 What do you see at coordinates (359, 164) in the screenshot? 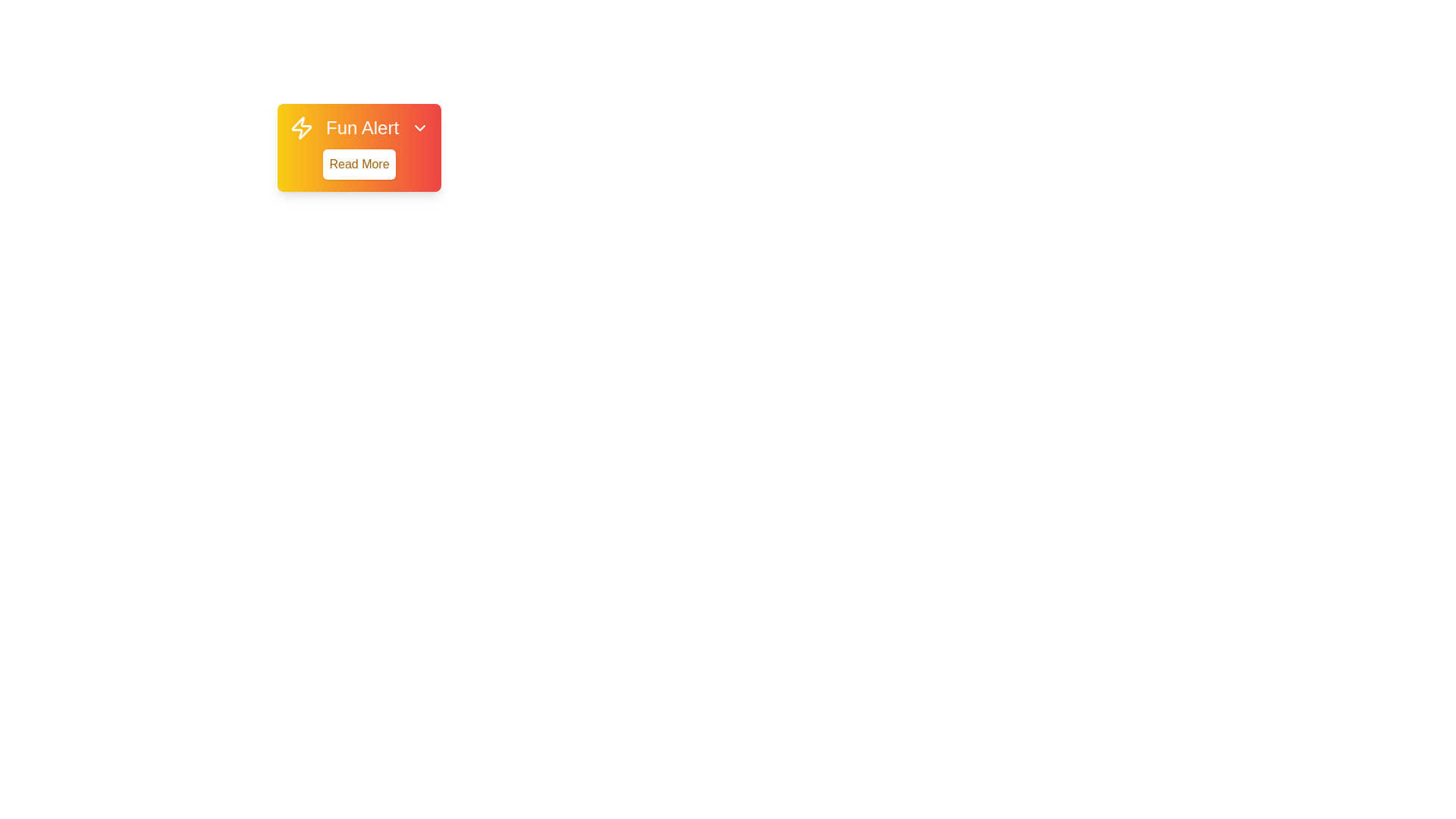
I see `'Read More' button to expand the content` at bounding box center [359, 164].